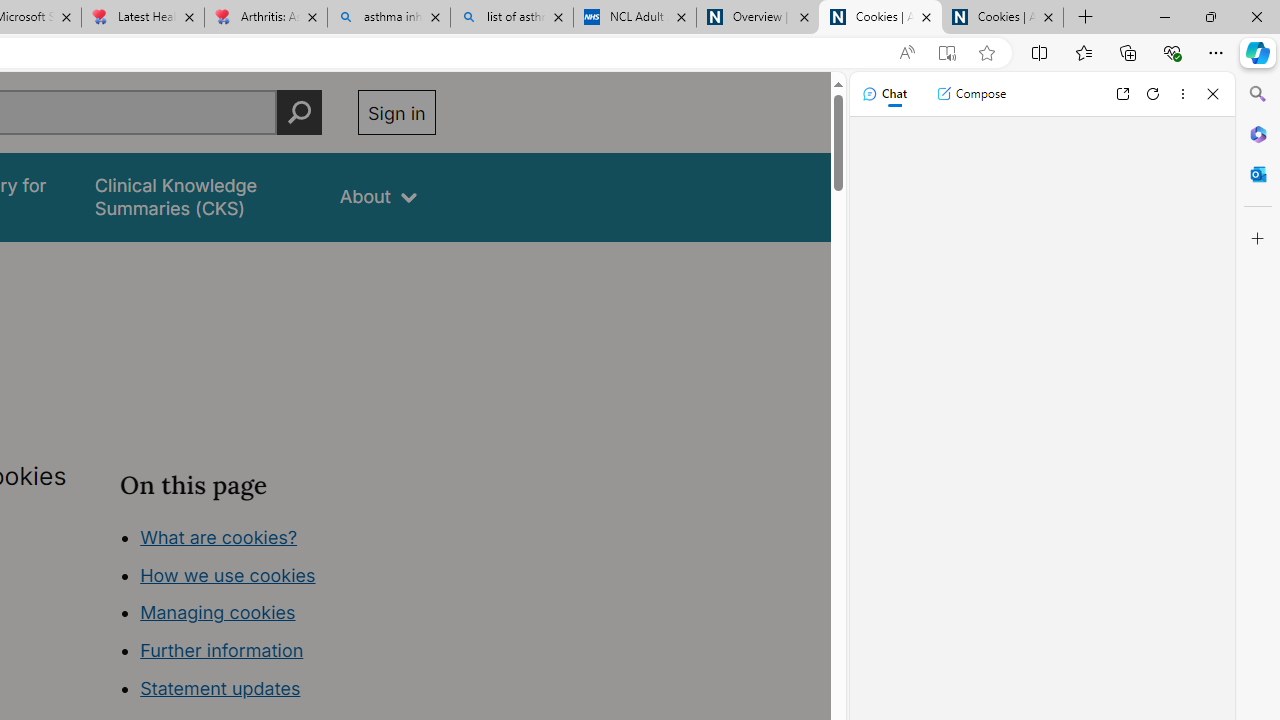  I want to click on 'Chat', so click(883, 93).